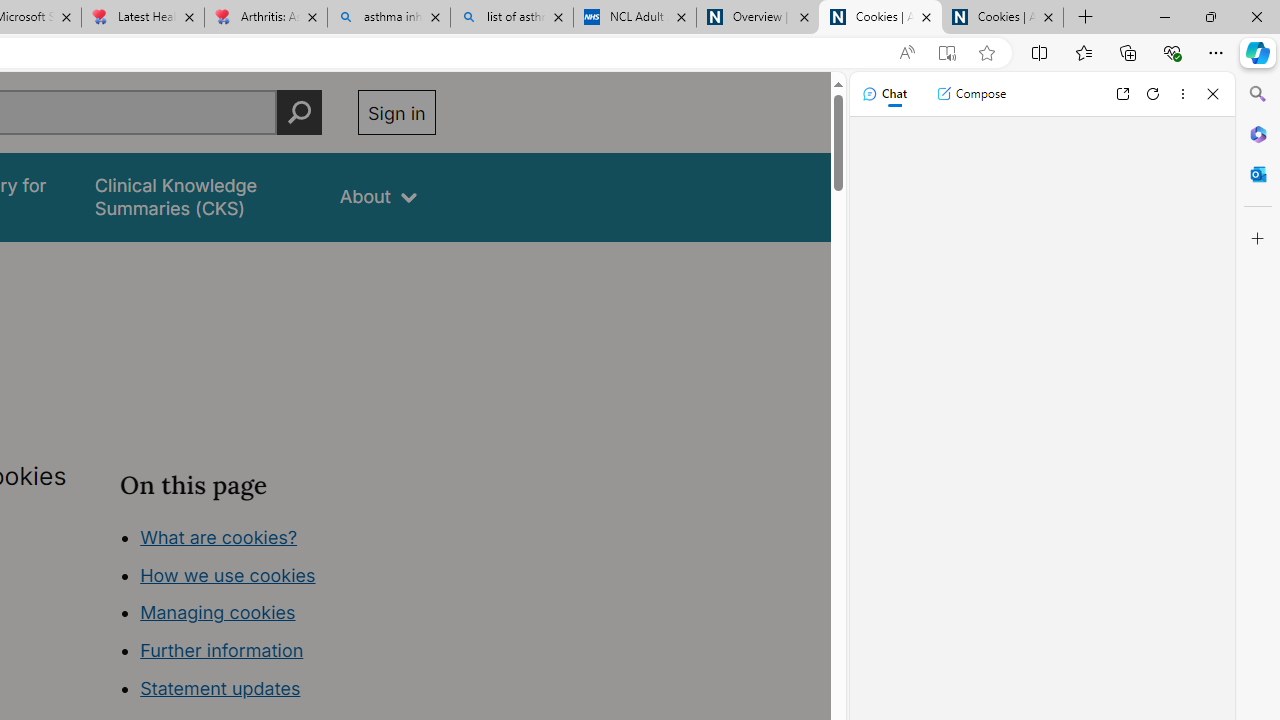  I want to click on 'Chat', so click(883, 93).